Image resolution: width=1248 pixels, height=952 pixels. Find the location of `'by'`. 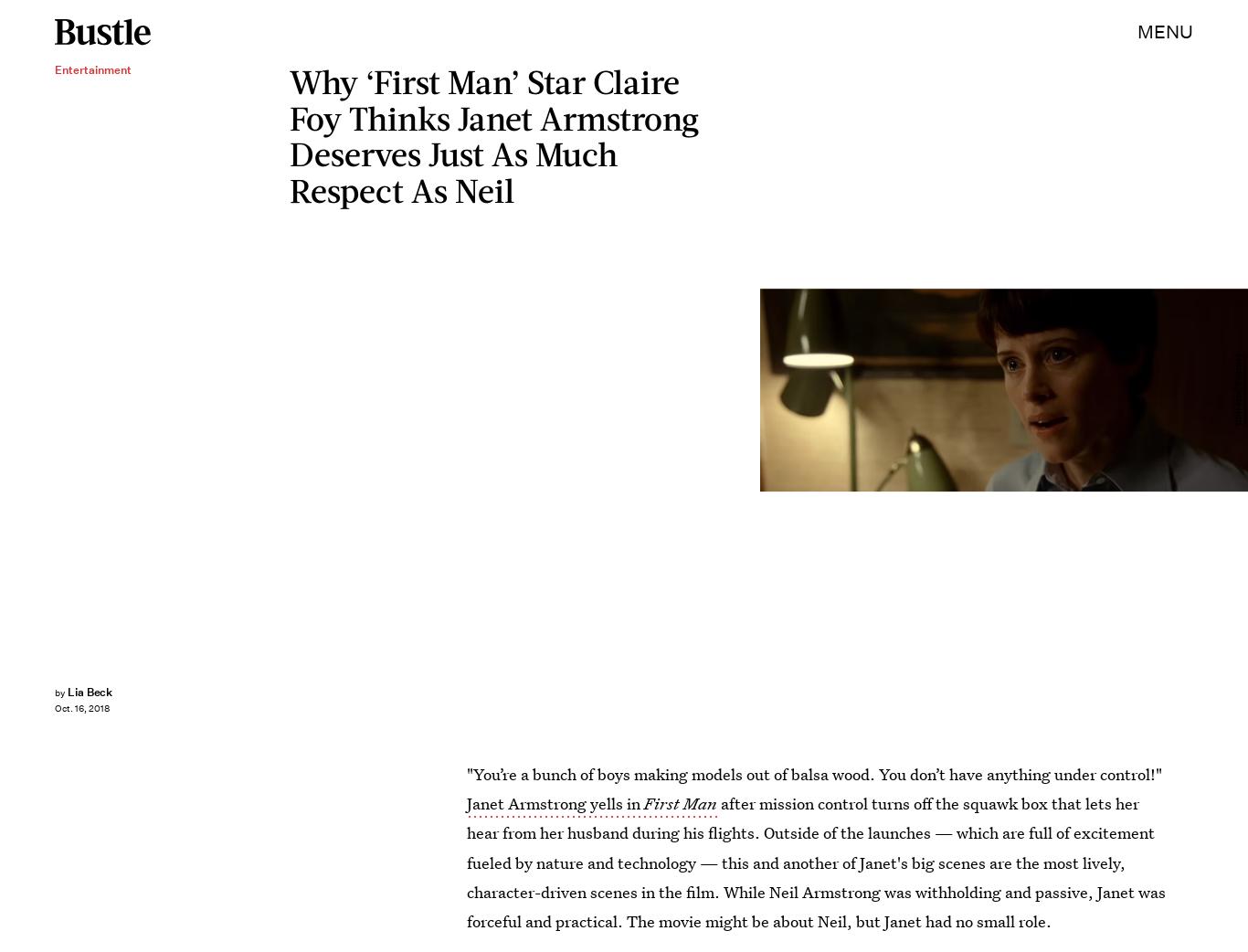

'by' is located at coordinates (59, 692).